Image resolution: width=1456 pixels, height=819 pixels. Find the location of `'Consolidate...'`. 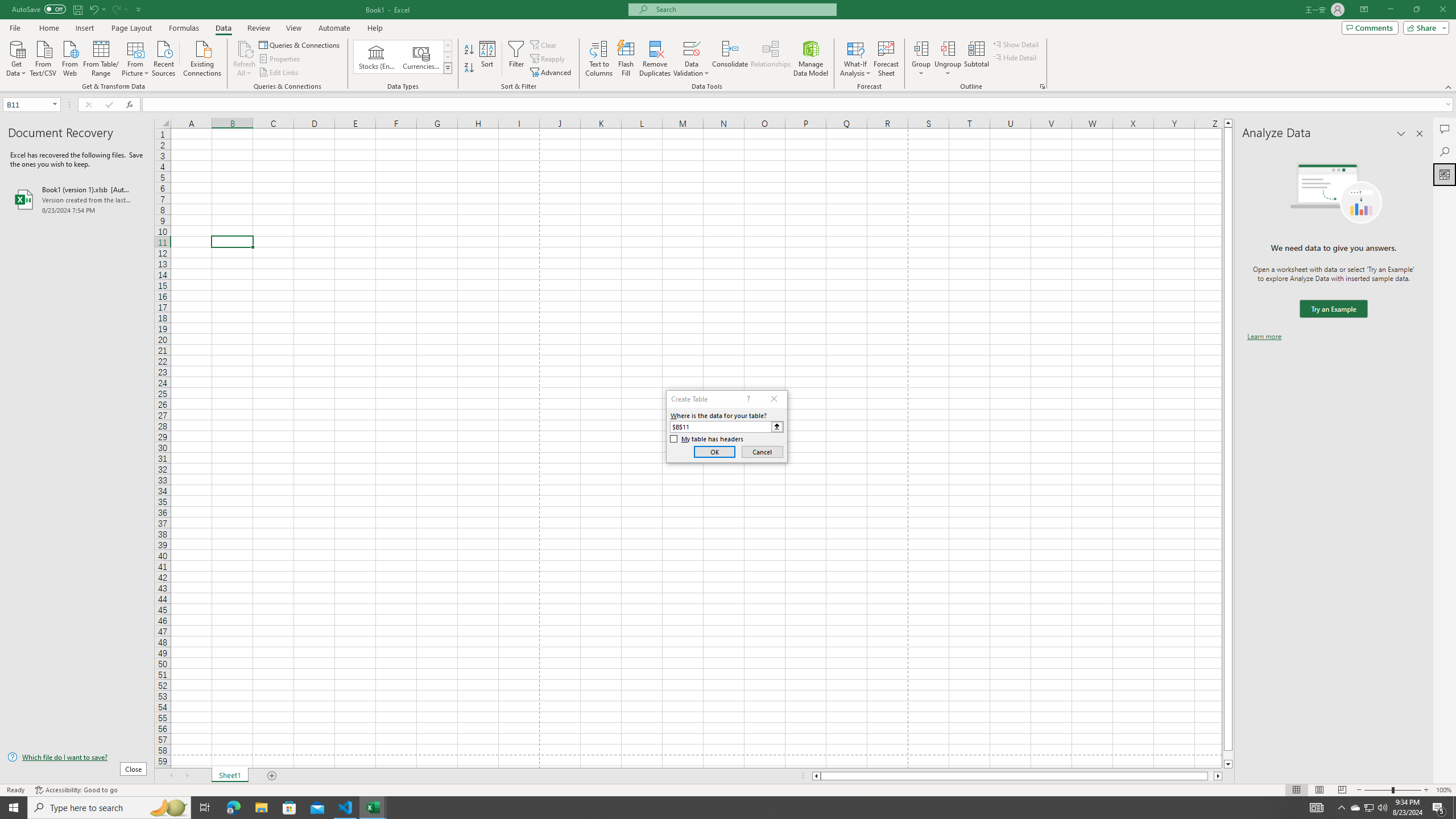

'Consolidate...' is located at coordinates (730, 59).